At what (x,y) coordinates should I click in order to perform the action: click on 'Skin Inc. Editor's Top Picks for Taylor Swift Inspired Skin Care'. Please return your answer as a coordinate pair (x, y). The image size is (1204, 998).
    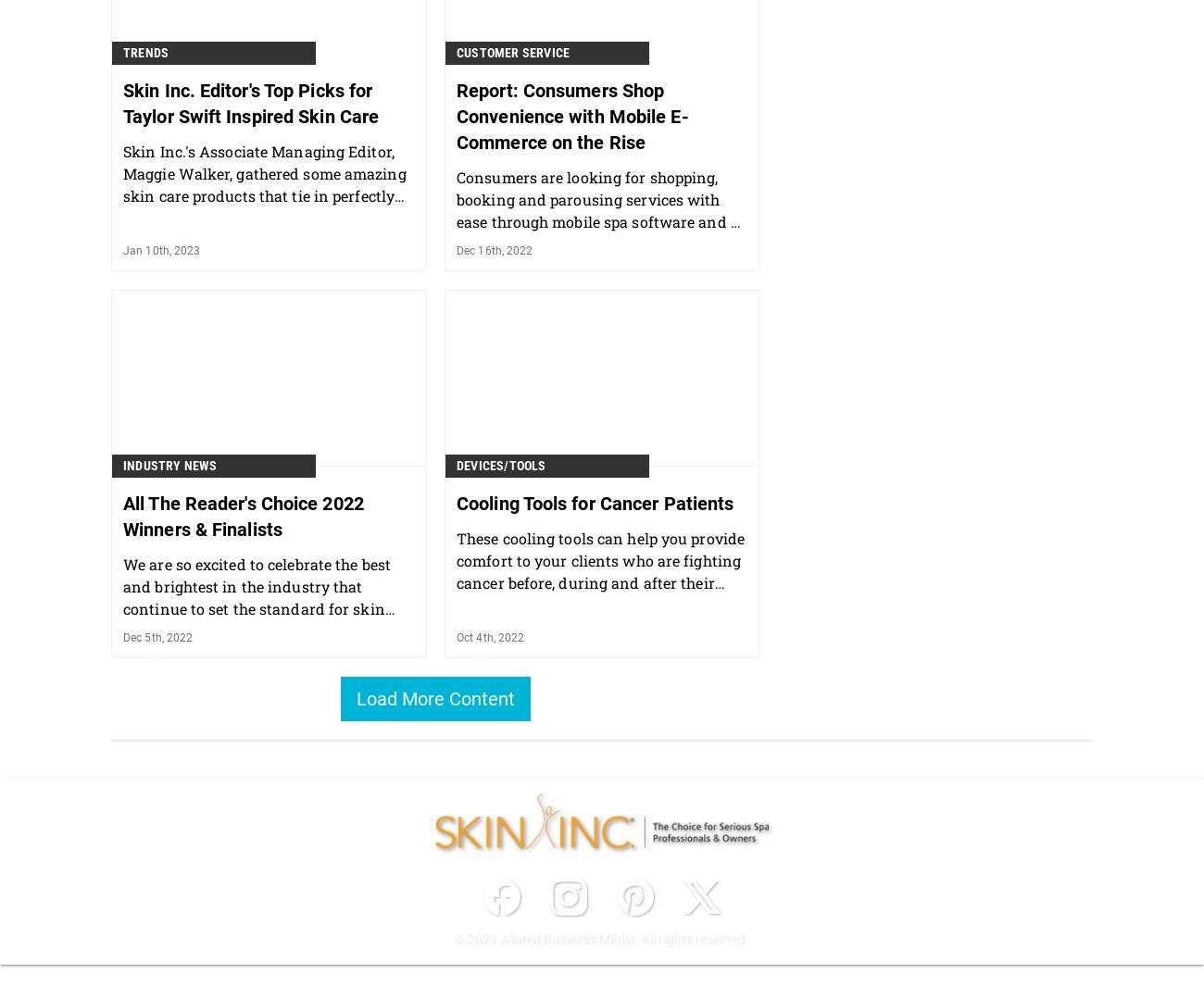
    Looking at the image, I should click on (121, 102).